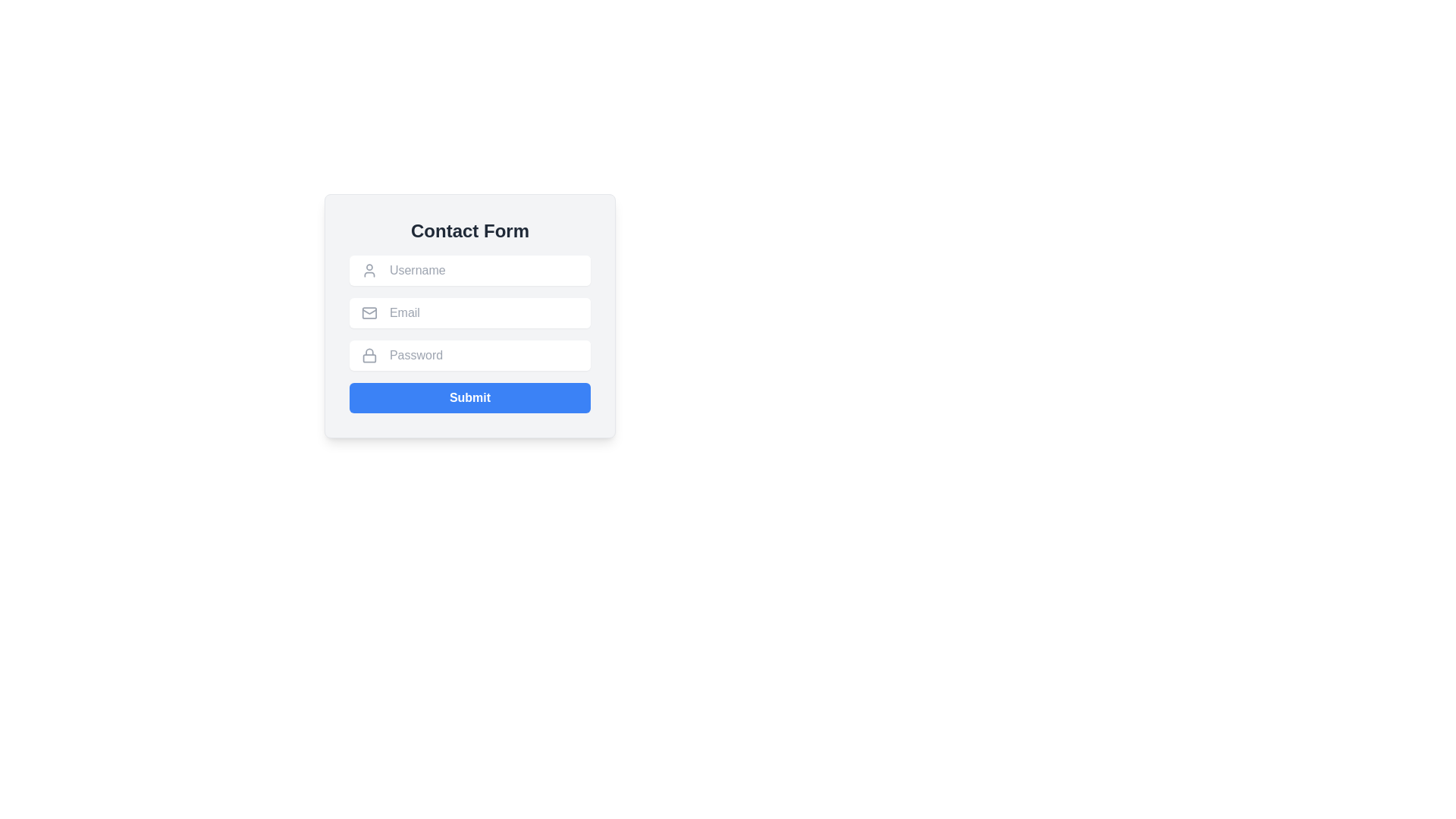 The image size is (1456, 819). Describe the element at coordinates (469, 397) in the screenshot. I see `the 'Submit' button located at the bottom of the contact form to trigger its visual hover state` at that location.